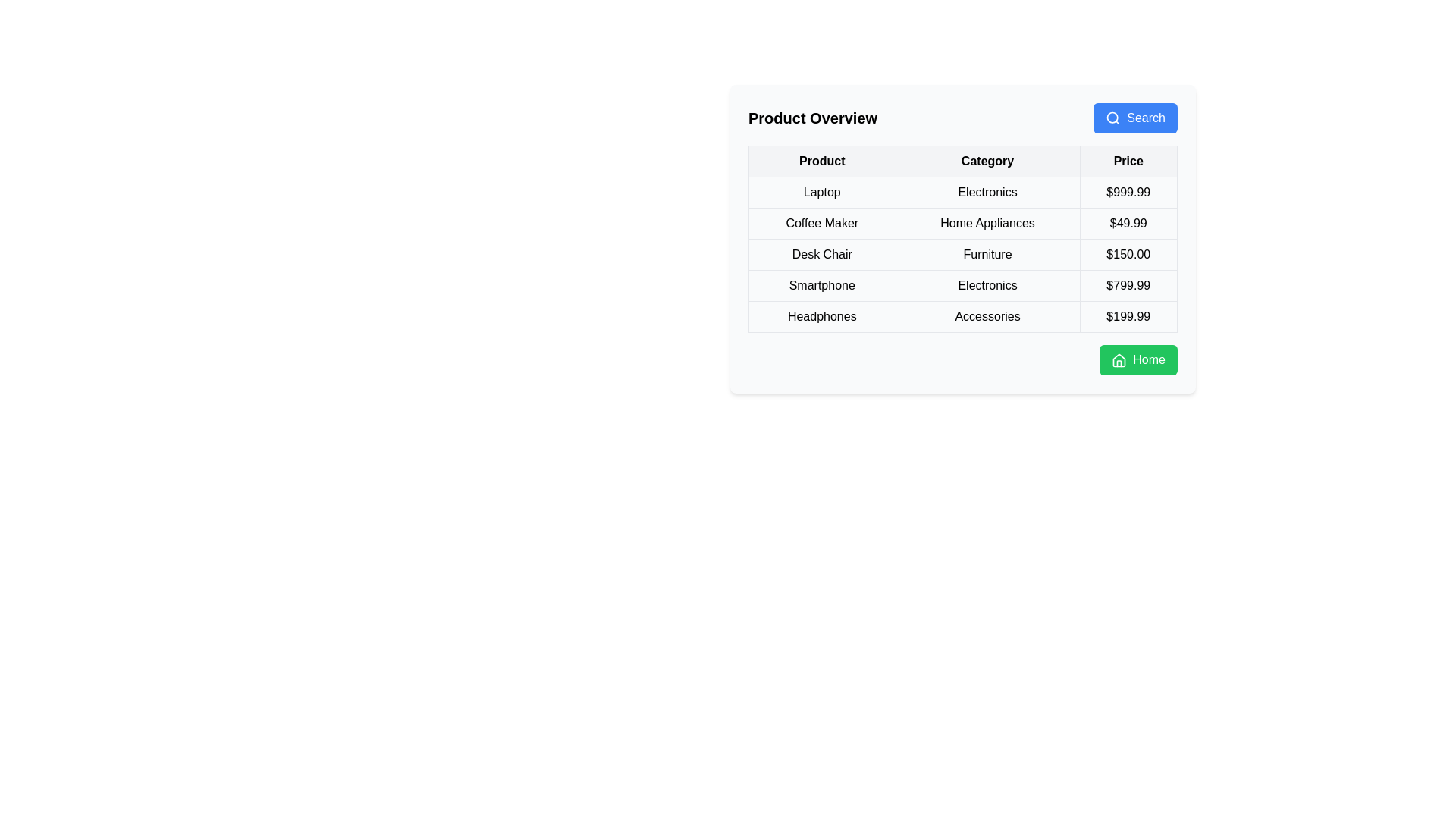  Describe the element at coordinates (821, 286) in the screenshot. I see `the textual element displaying the product type 'Smartphone' in the first cell of the table under the 'Product Overview' header` at that location.